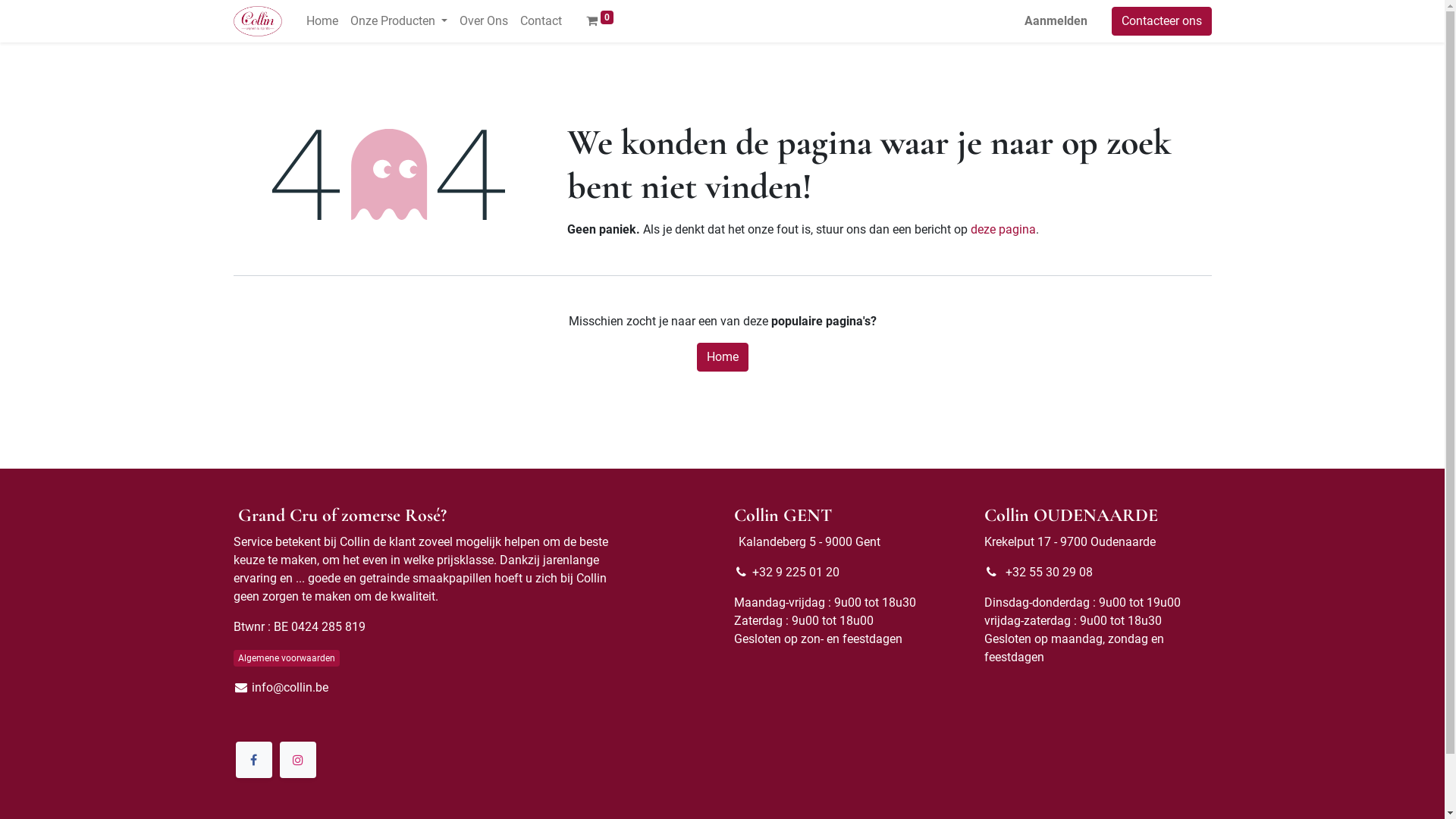 The image size is (1456, 819). What do you see at coordinates (399, 20) in the screenshot?
I see `'Onze Producten'` at bounding box center [399, 20].